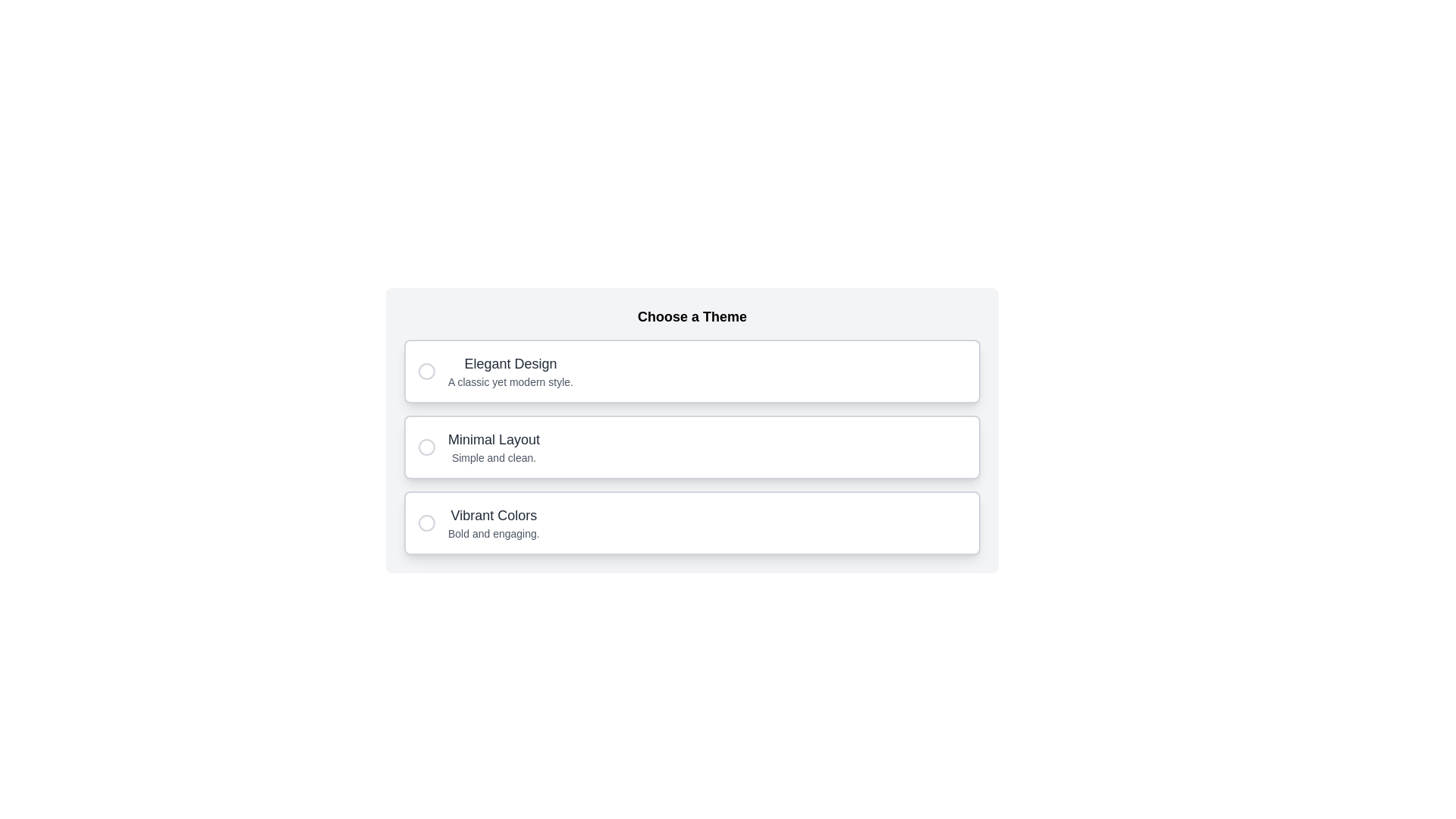  Describe the element at coordinates (510, 363) in the screenshot. I see `the static text that serves as the title for the first selectable theme option located under 'Choose a Theme' at the upper center of the interface` at that location.